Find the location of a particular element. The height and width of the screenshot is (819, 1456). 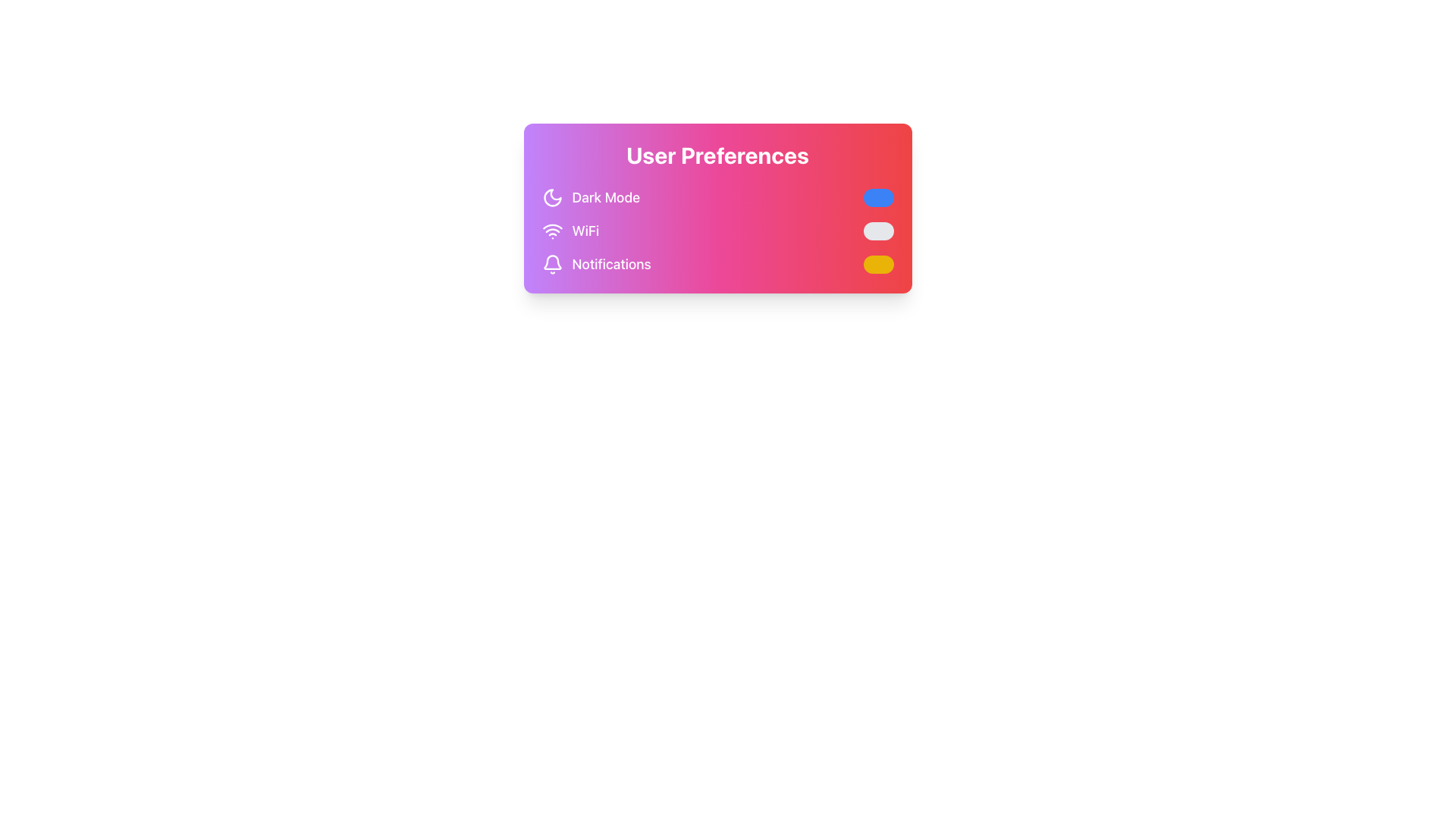

the toggle switch for 'Notifications' located at the rightmost end of the 'User Preferences' card is located at coordinates (878, 263).